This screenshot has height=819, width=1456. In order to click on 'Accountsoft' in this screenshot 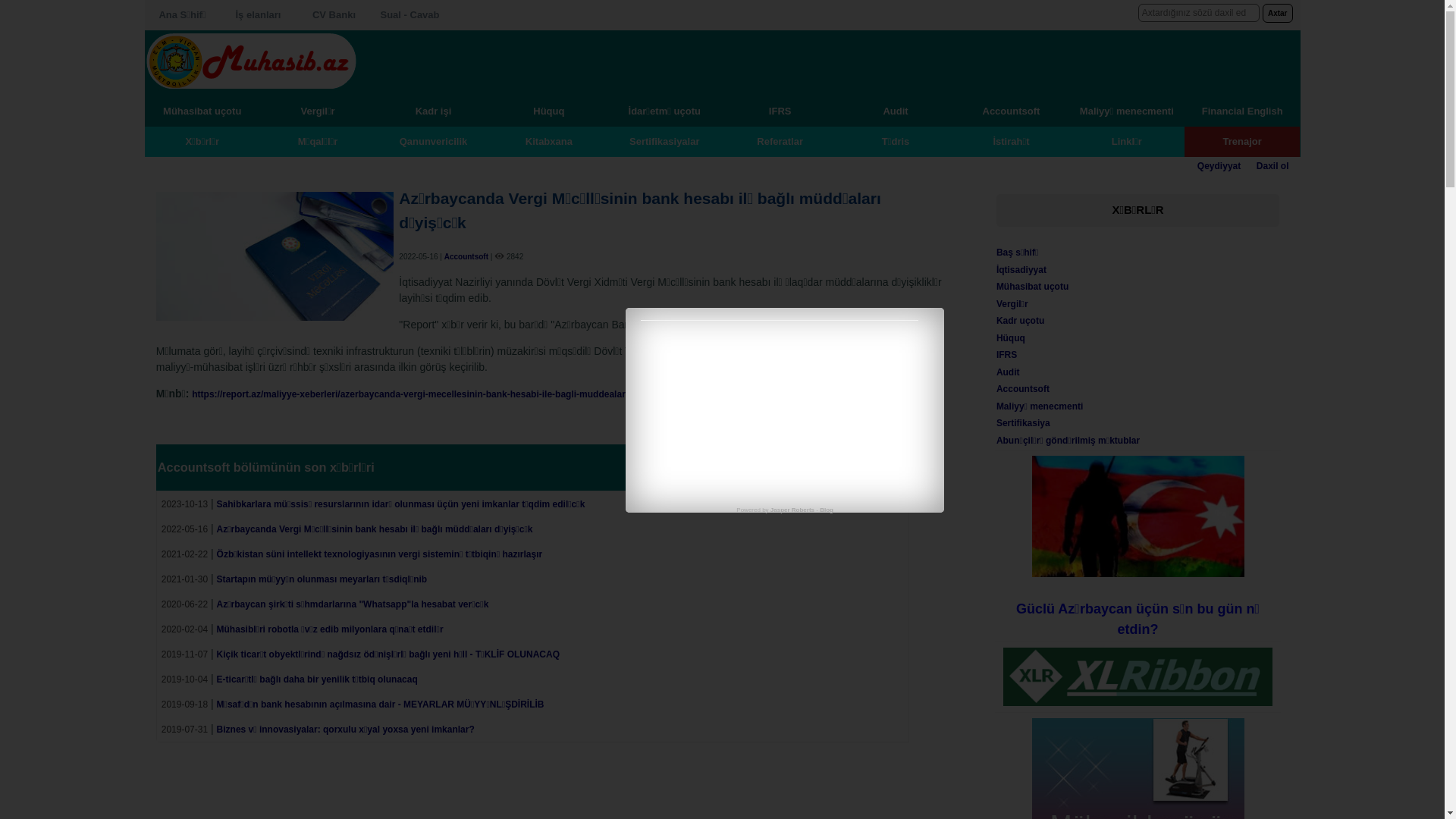, I will do `click(1022, 388)`.